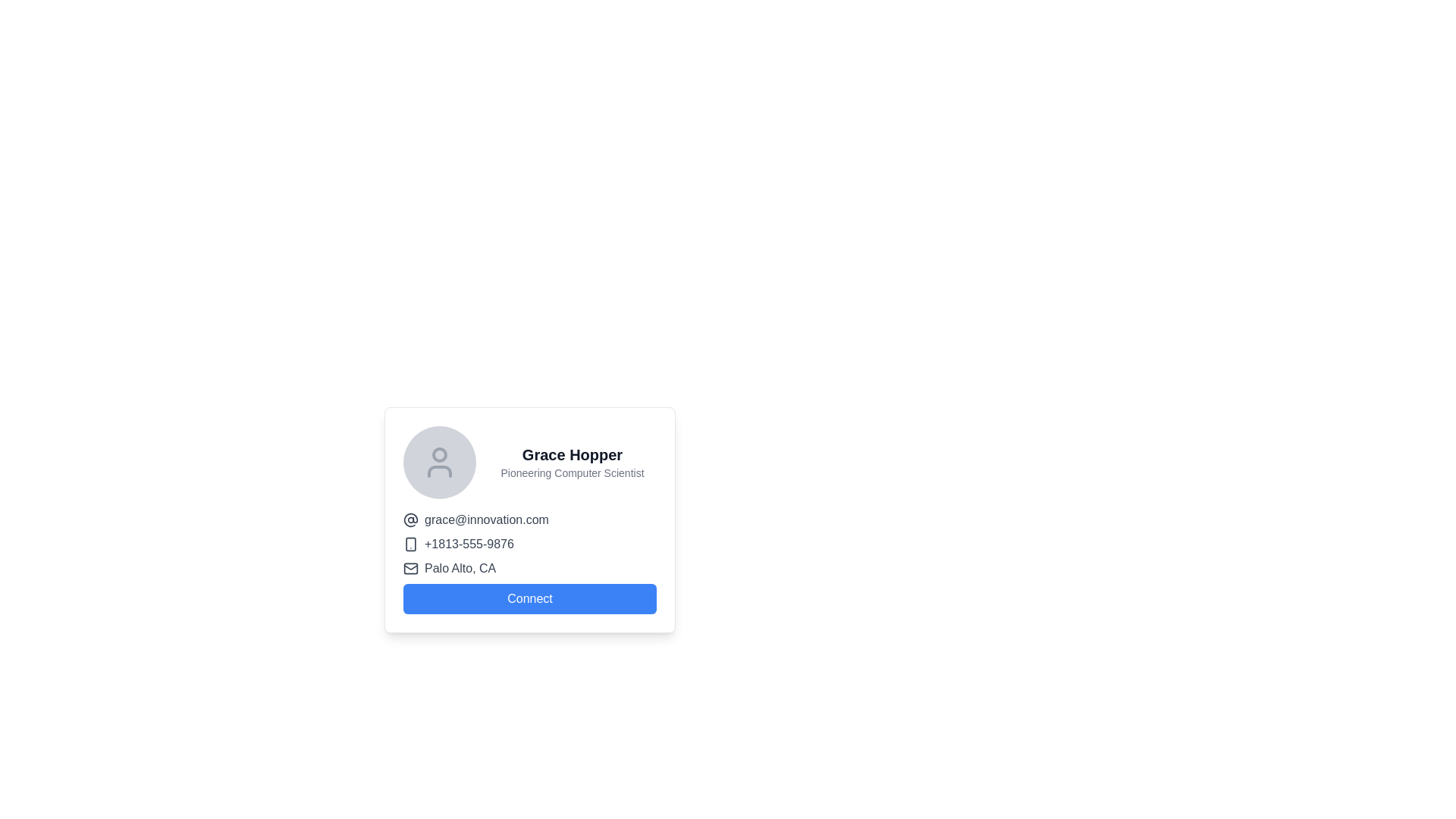 Image resolution: width=1456 pixels, height=819 pixels. What do you see at coordinates (530, 562) in the screenshot?
I see `the contact details information block located below the profile picture and name of 'Grace Hopper', and above the 'Connect' button` at bounding box center [530, 562].